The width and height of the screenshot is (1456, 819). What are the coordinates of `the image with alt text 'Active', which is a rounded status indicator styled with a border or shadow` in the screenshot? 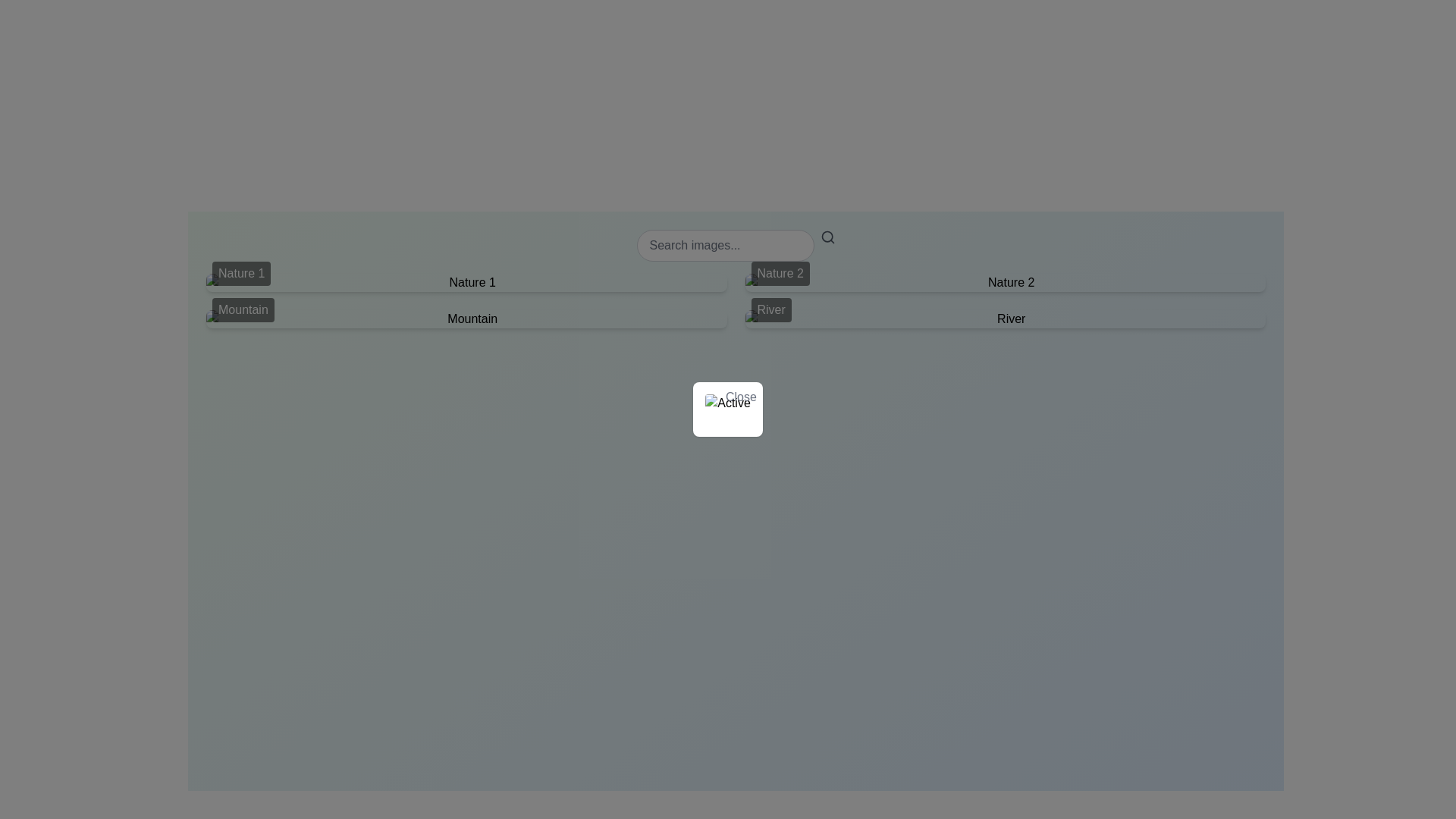 It's located at (728, 403).